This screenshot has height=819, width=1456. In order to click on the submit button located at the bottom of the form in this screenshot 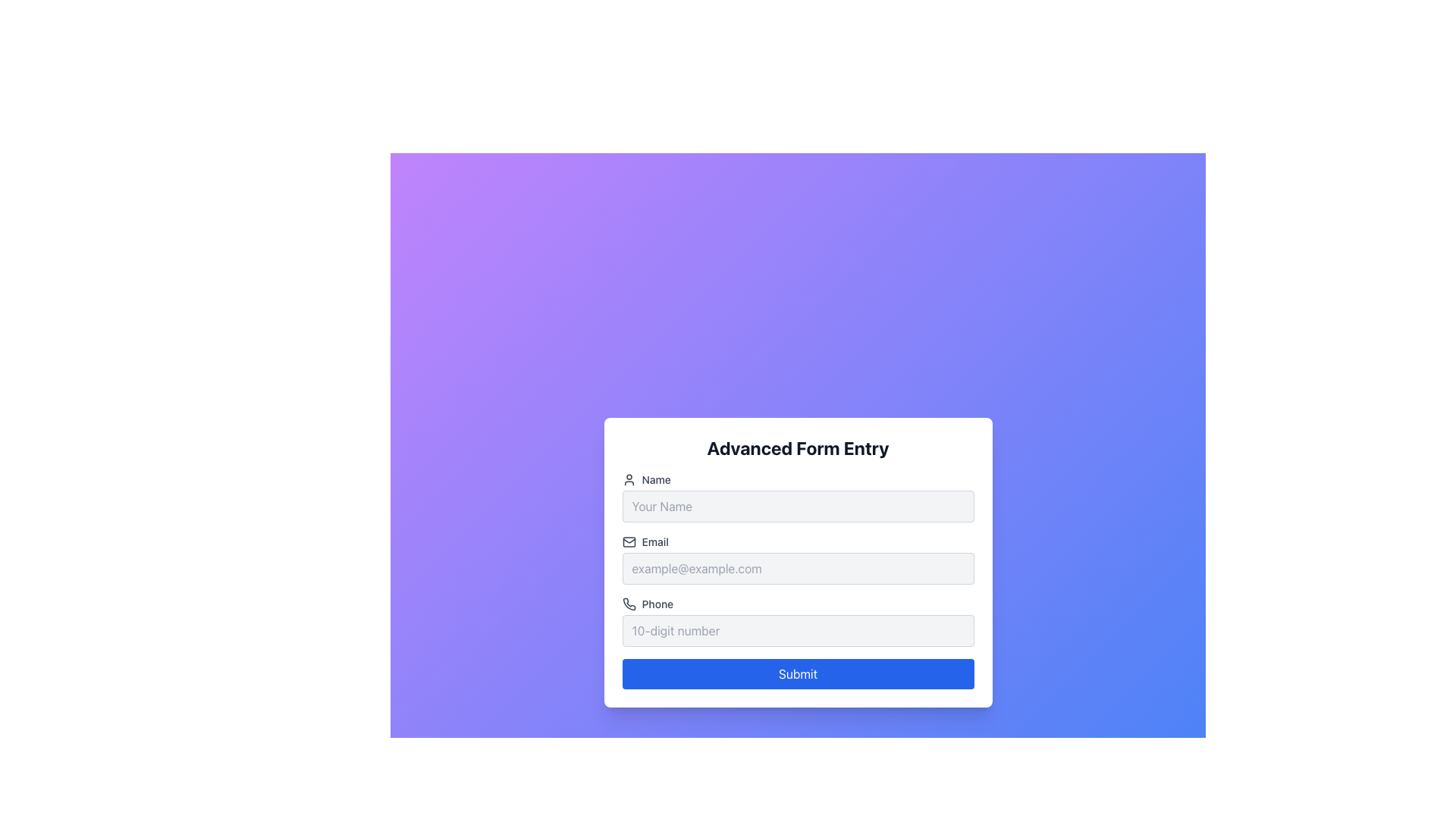, I will do `click(797, 673)`.